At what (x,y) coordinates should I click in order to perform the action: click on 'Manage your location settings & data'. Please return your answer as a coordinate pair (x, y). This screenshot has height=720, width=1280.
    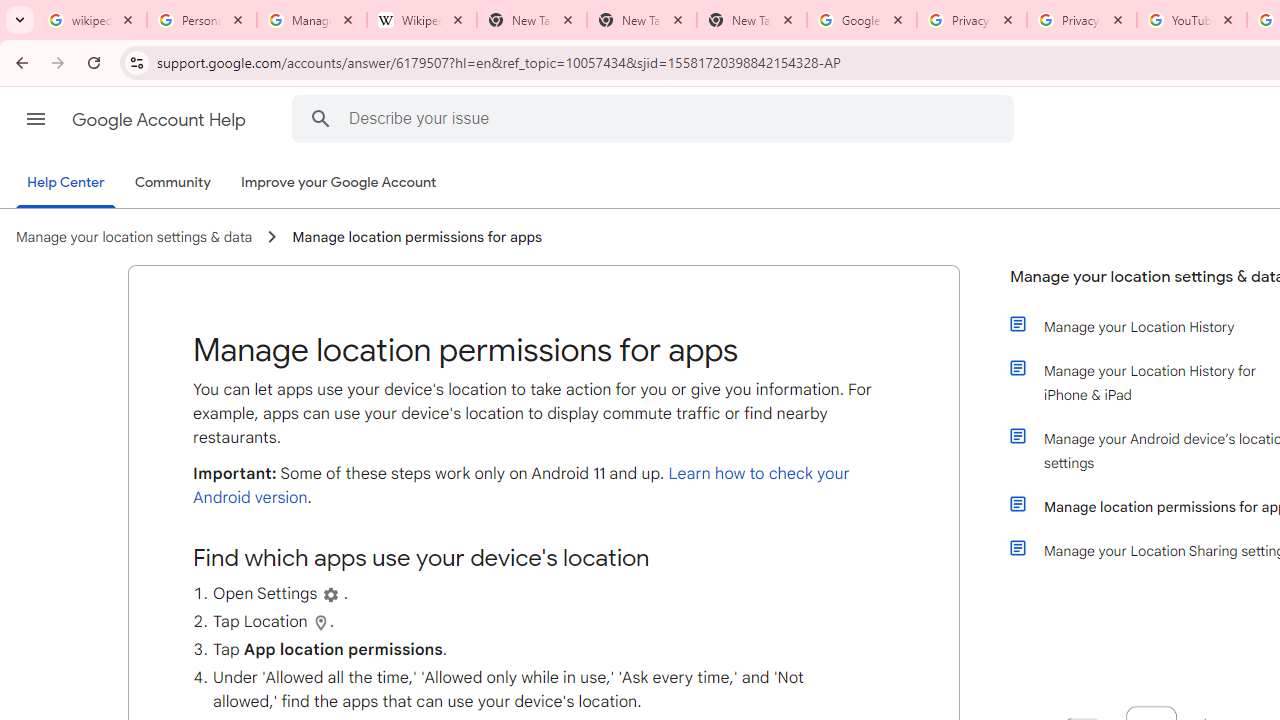
    Looking at the image, I should click on (133, 236).